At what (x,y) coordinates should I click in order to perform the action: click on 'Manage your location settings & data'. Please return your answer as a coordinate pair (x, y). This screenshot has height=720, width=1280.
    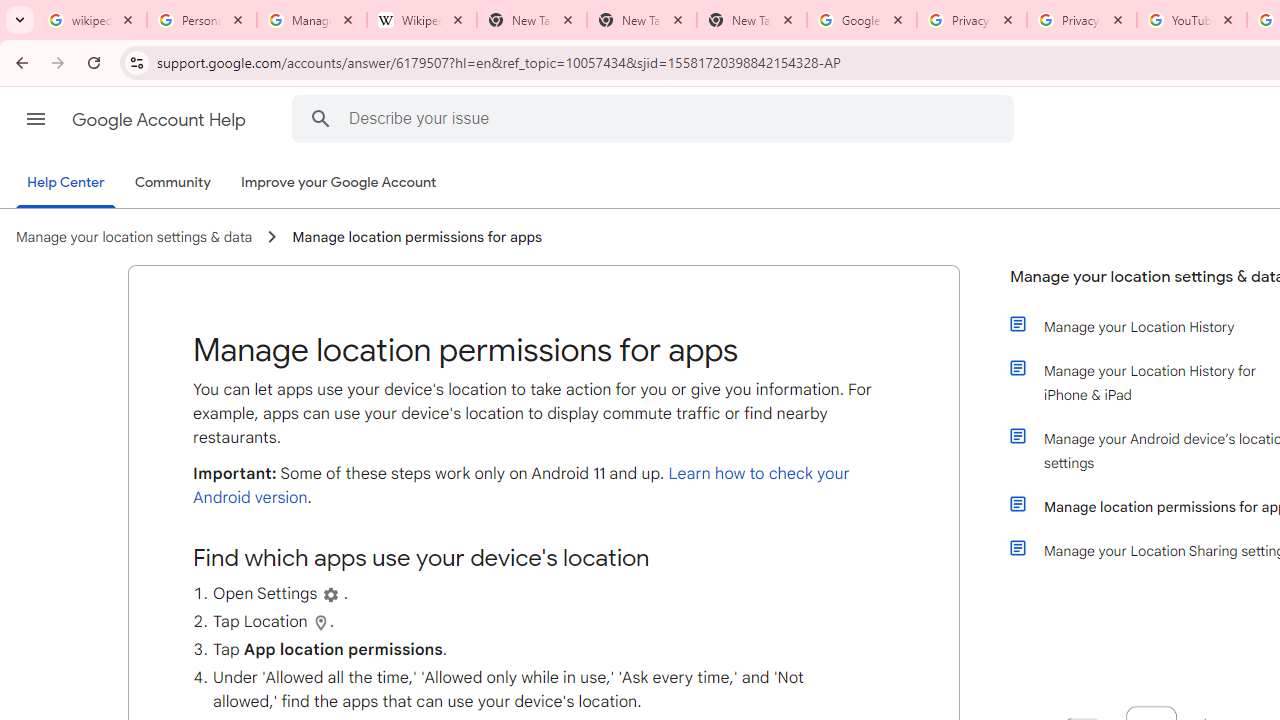
    Looking at the image, I should click on (133, 236).